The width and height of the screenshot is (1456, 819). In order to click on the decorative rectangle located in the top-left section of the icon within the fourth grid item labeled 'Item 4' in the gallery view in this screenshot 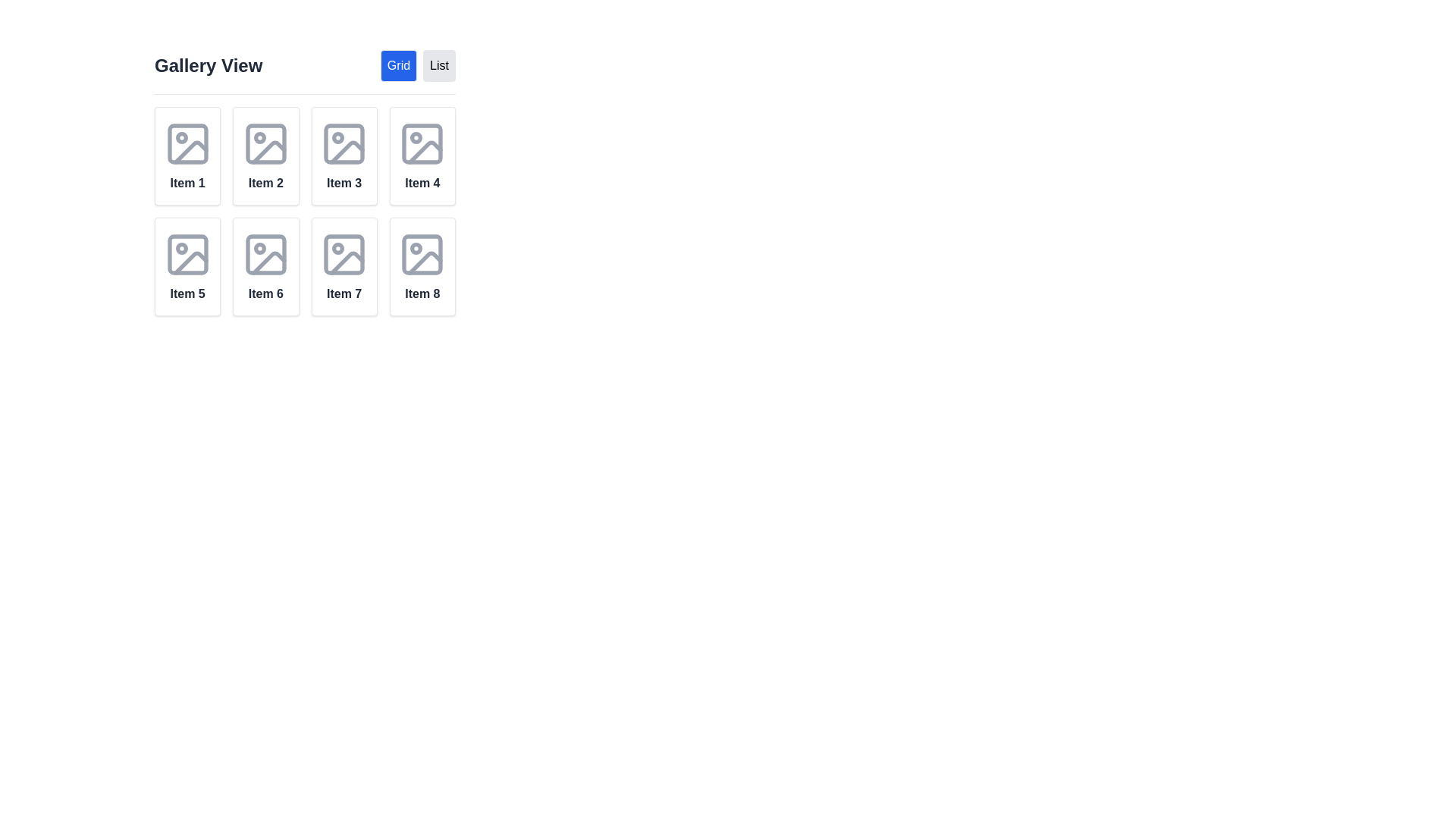, I will do `click(422, 143)`.